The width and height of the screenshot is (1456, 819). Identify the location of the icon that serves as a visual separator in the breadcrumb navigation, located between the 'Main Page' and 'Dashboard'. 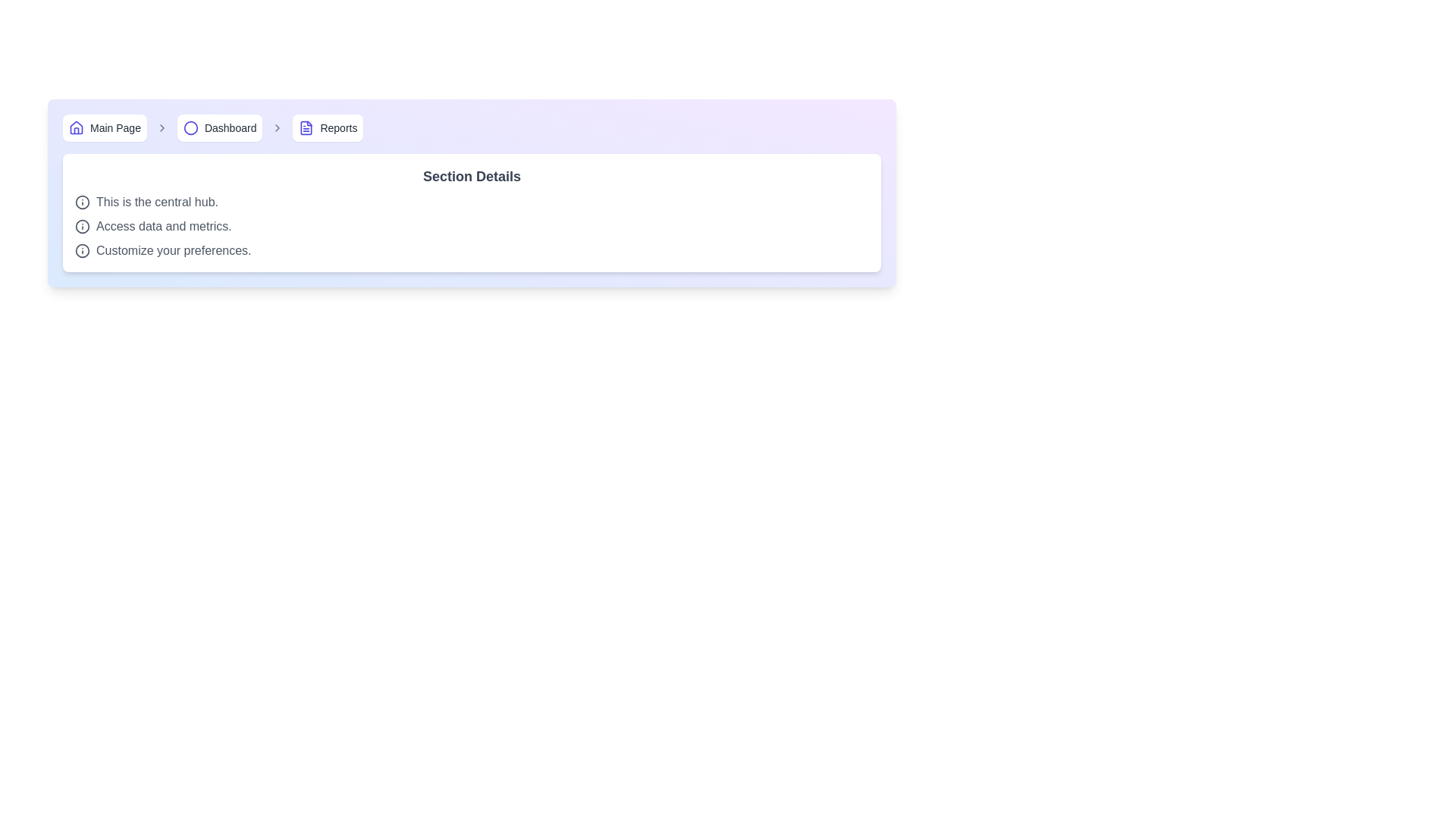
(162, 127).